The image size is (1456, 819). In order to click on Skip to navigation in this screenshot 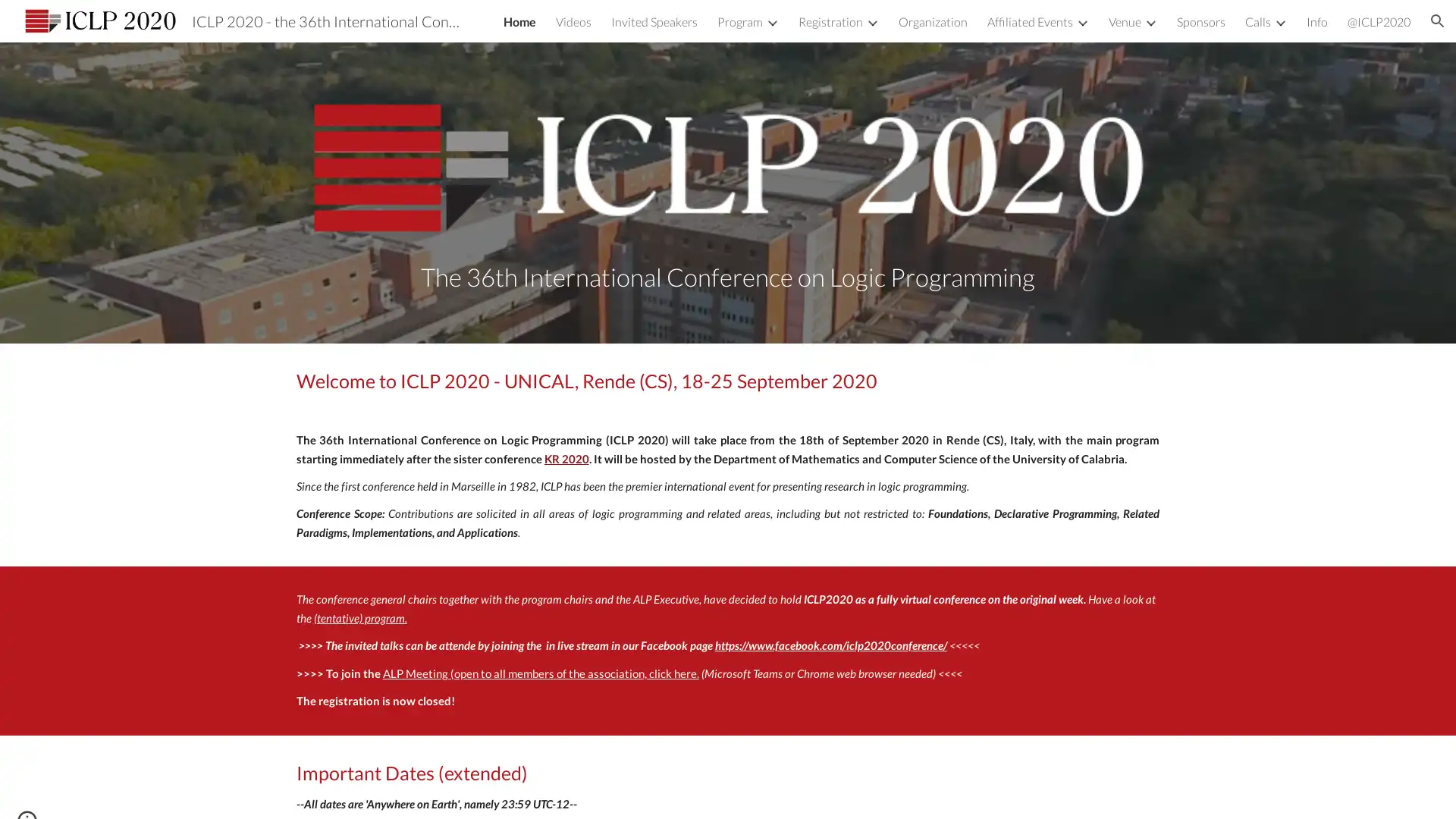, I will do `click(864, 28)`.